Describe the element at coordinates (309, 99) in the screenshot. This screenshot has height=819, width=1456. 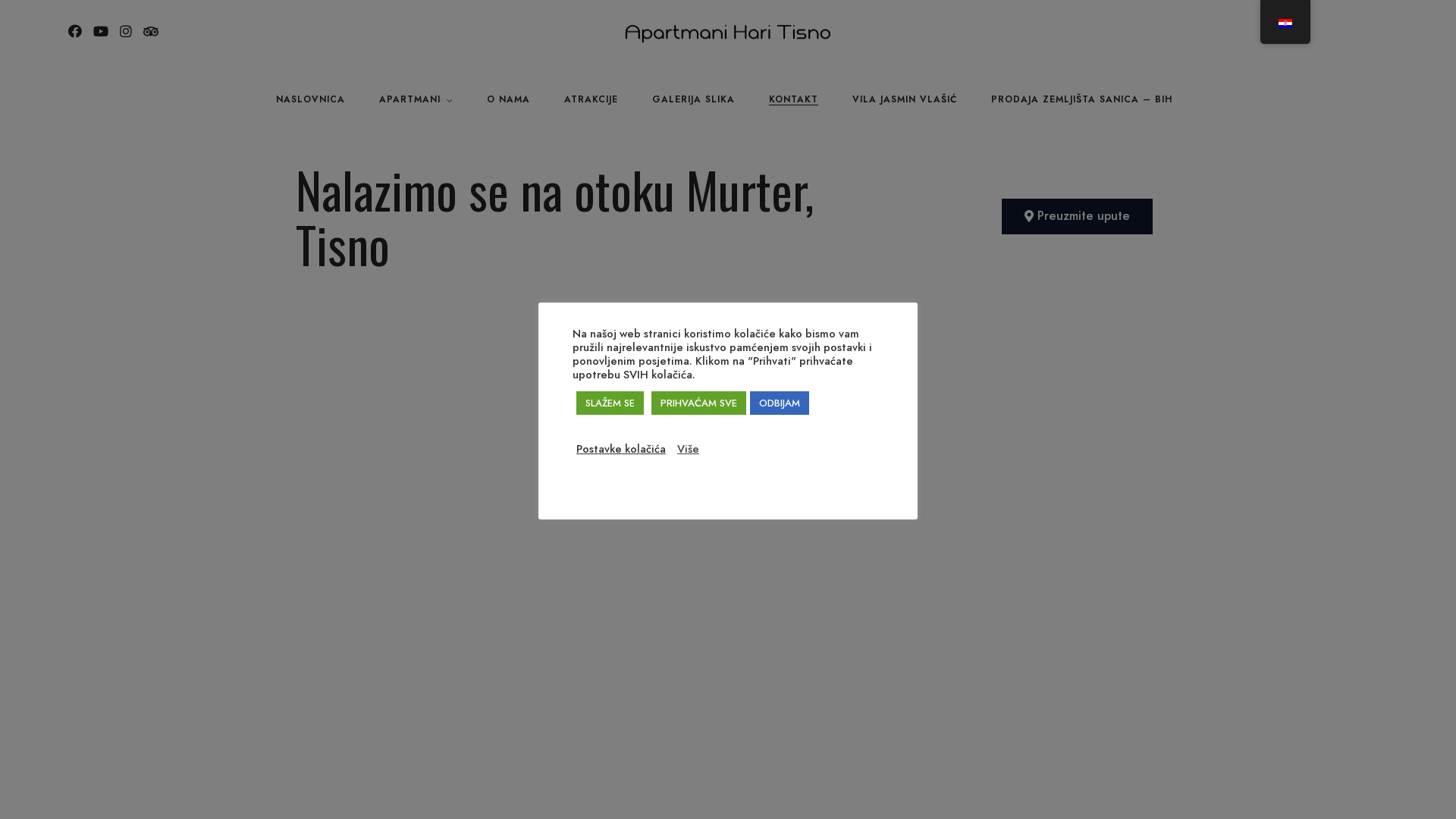
I see `'NASLOVNICA'` at that location.